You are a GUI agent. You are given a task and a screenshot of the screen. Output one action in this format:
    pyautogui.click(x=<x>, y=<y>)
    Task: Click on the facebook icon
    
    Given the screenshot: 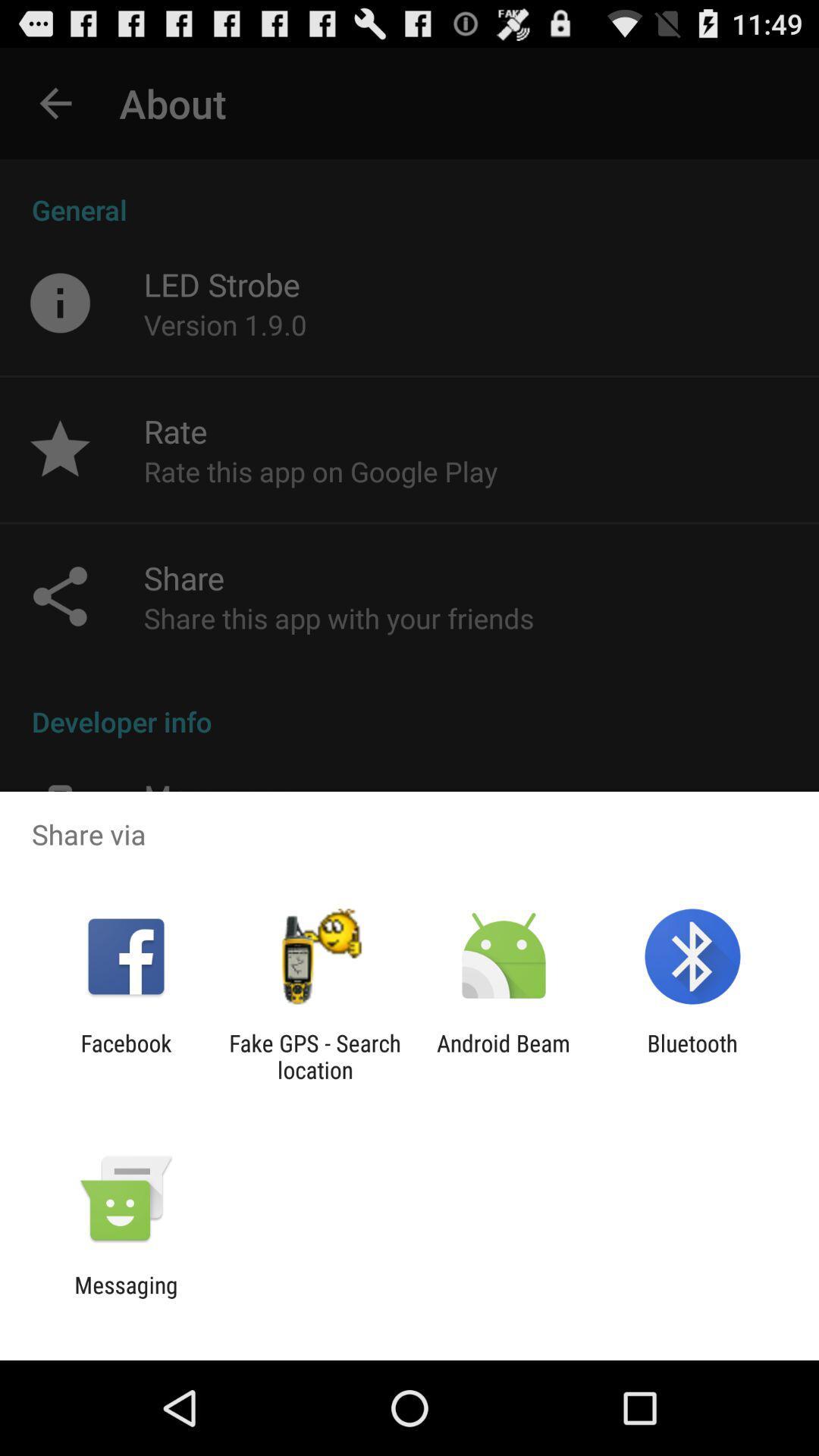 What is the action you would take?
    pyautogui.click(x=125, y=1056)
    